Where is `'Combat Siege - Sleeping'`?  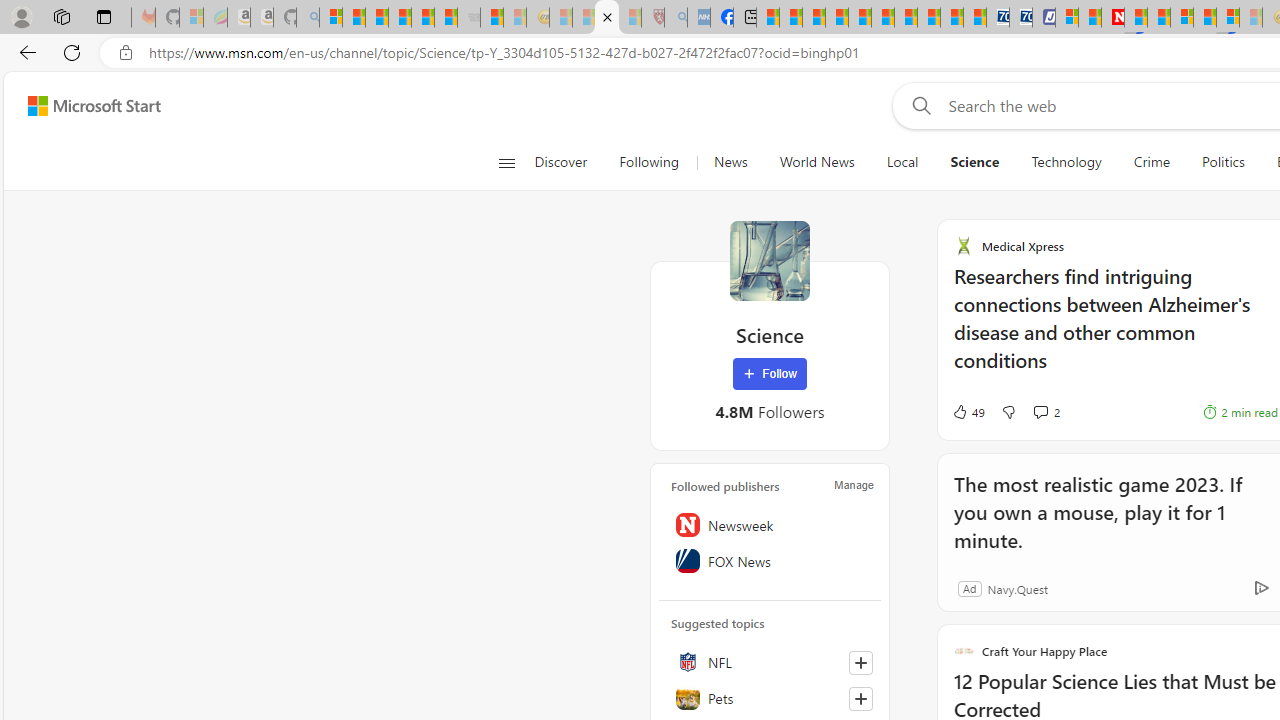
'Combat Siege - Sleeping' is located at coordinates (468, 17).